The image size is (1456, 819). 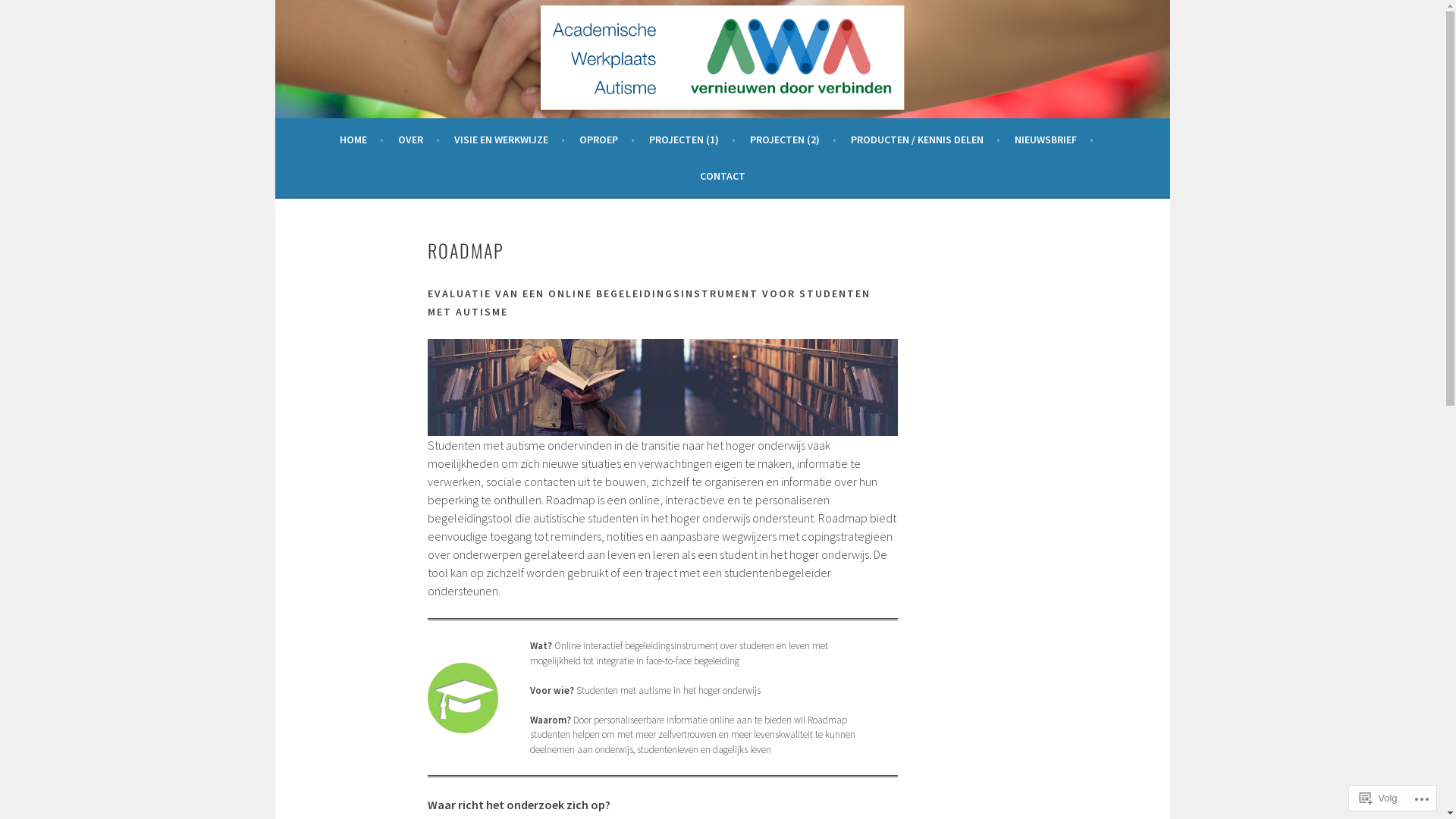 I want to click on 'VISIE EN WERKWIJZE', so click(x=509, y=140).